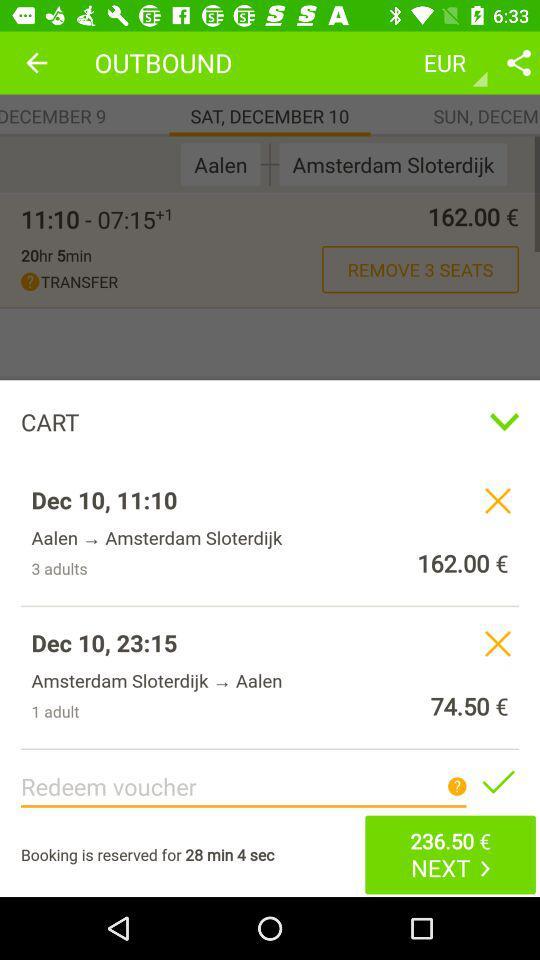  What do you see at coordinates (496, 781) in the screenshot?
I see `redeem voucher` at bounding box center [496, 781].